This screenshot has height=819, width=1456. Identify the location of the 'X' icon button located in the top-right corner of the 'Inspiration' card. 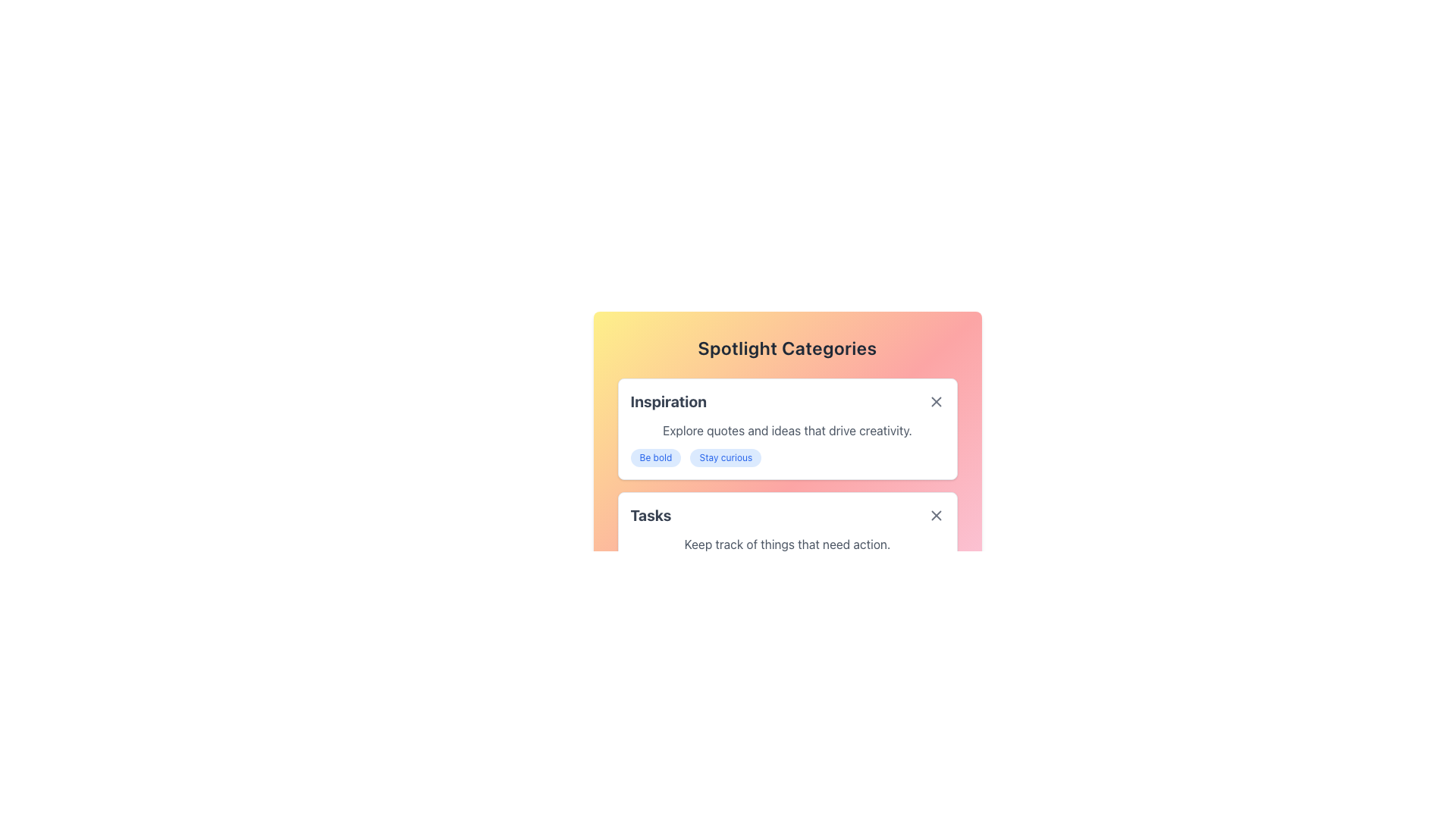
(935, 400).